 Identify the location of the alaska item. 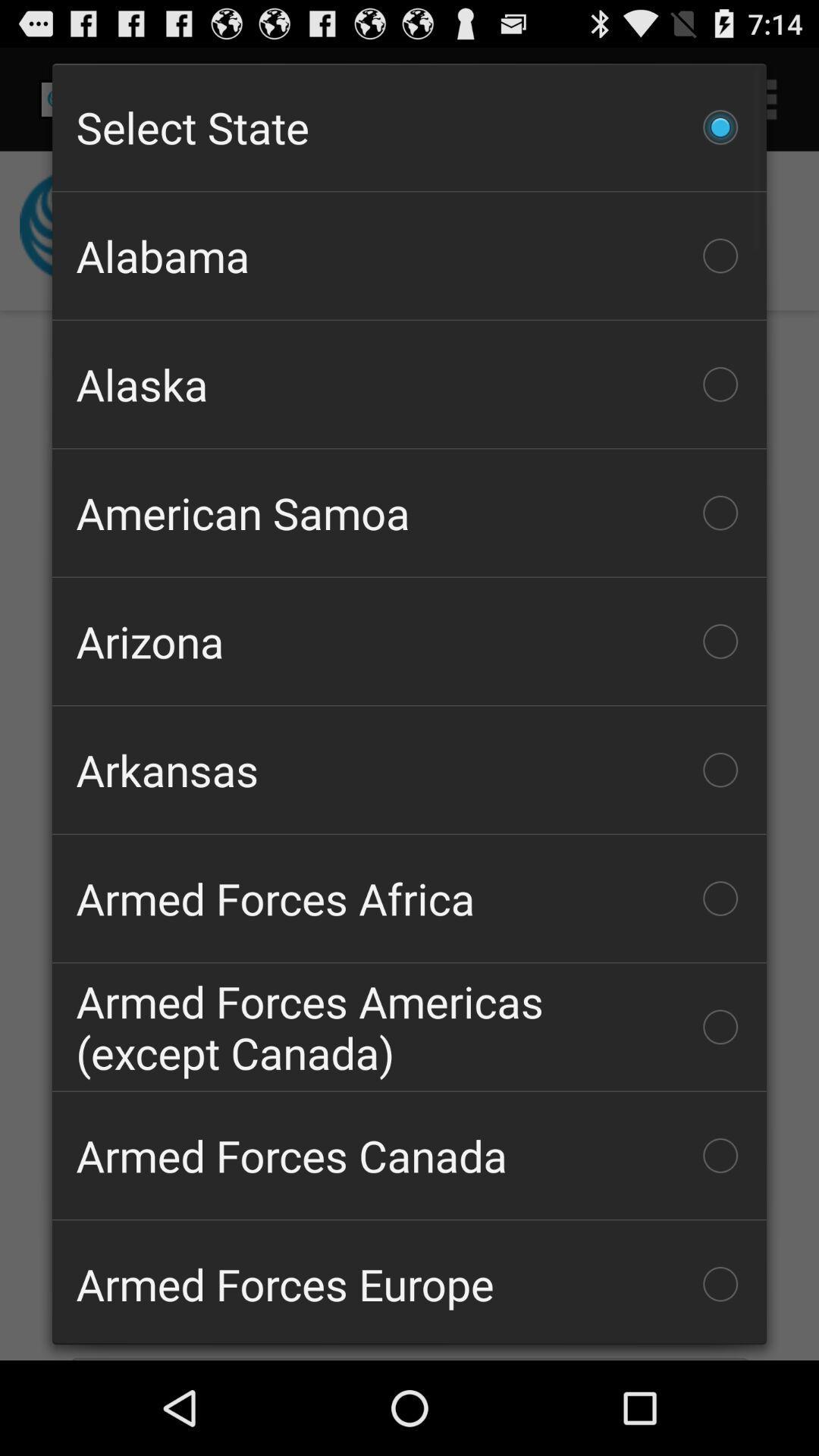
(409, 384).